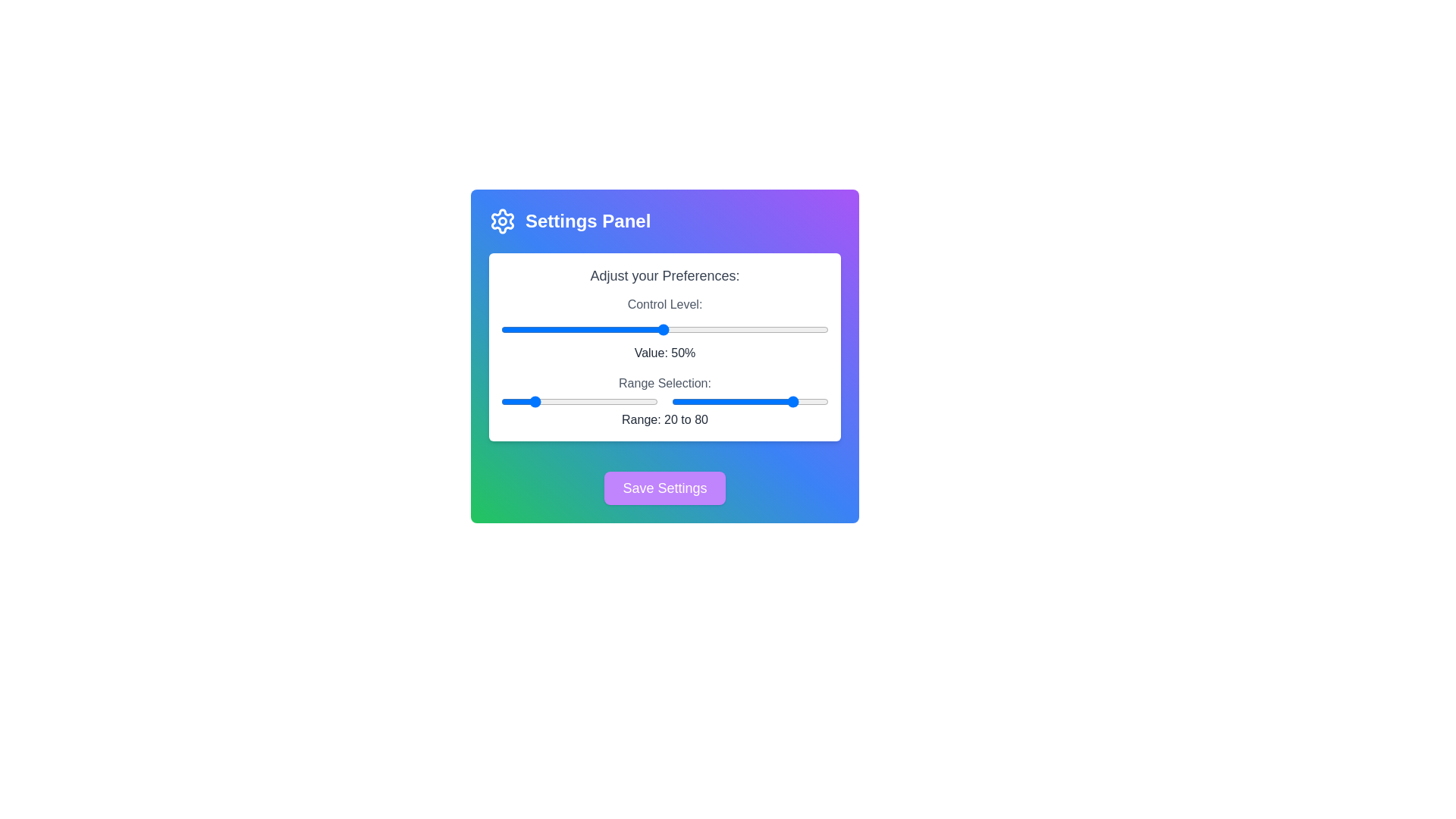  What do you see at coordinates (587, 221) in the screenshot?
I see `the 'Settings Panel' text label, which is prominently styled with a large bold font on a blue-to-green gradient background, located beneath the header area and to the right of a gear icon` at bounding box center [587, 221].